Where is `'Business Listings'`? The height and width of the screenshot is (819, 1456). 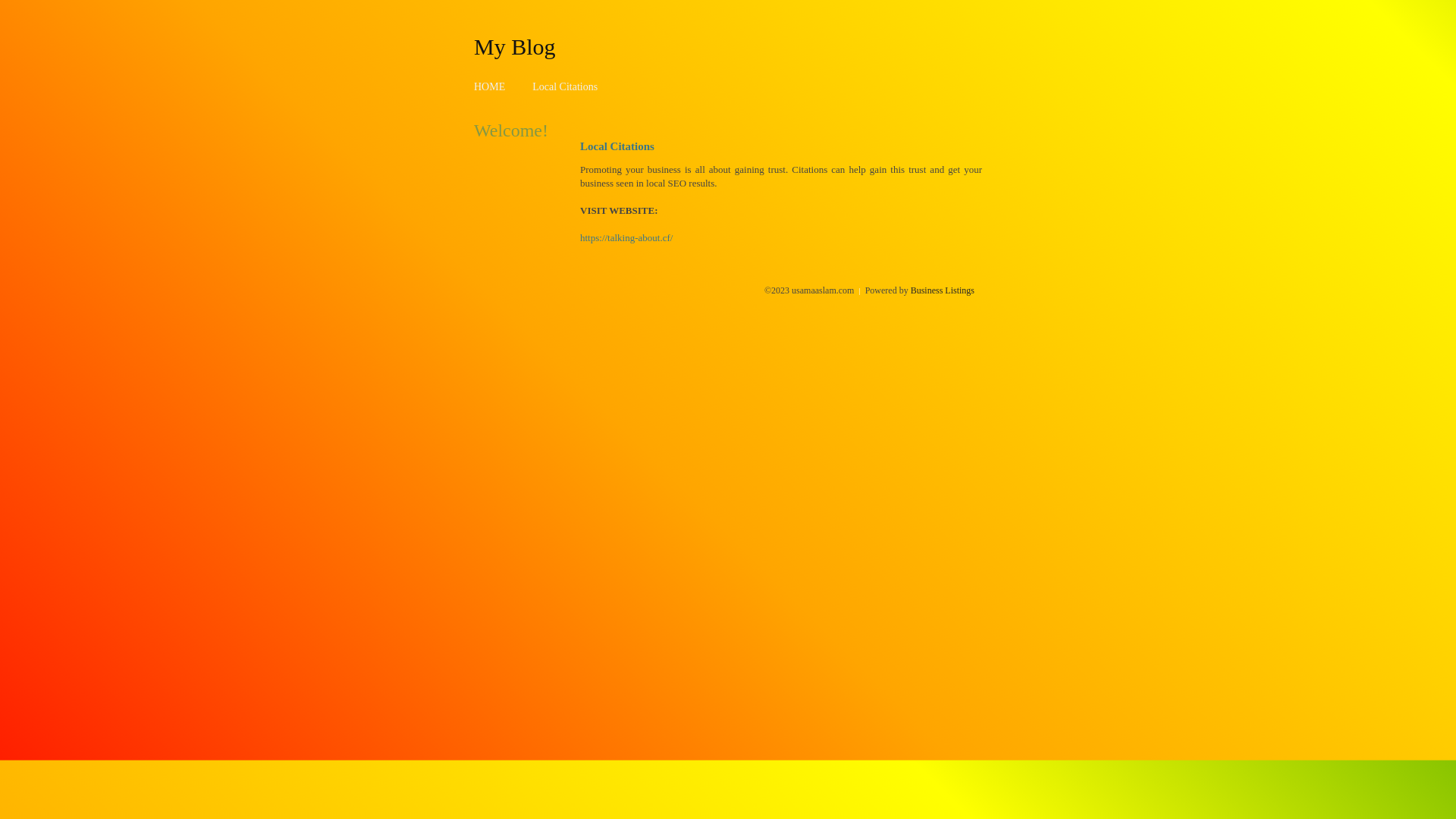 'Business Listings' is located at coordinates (942, 290).